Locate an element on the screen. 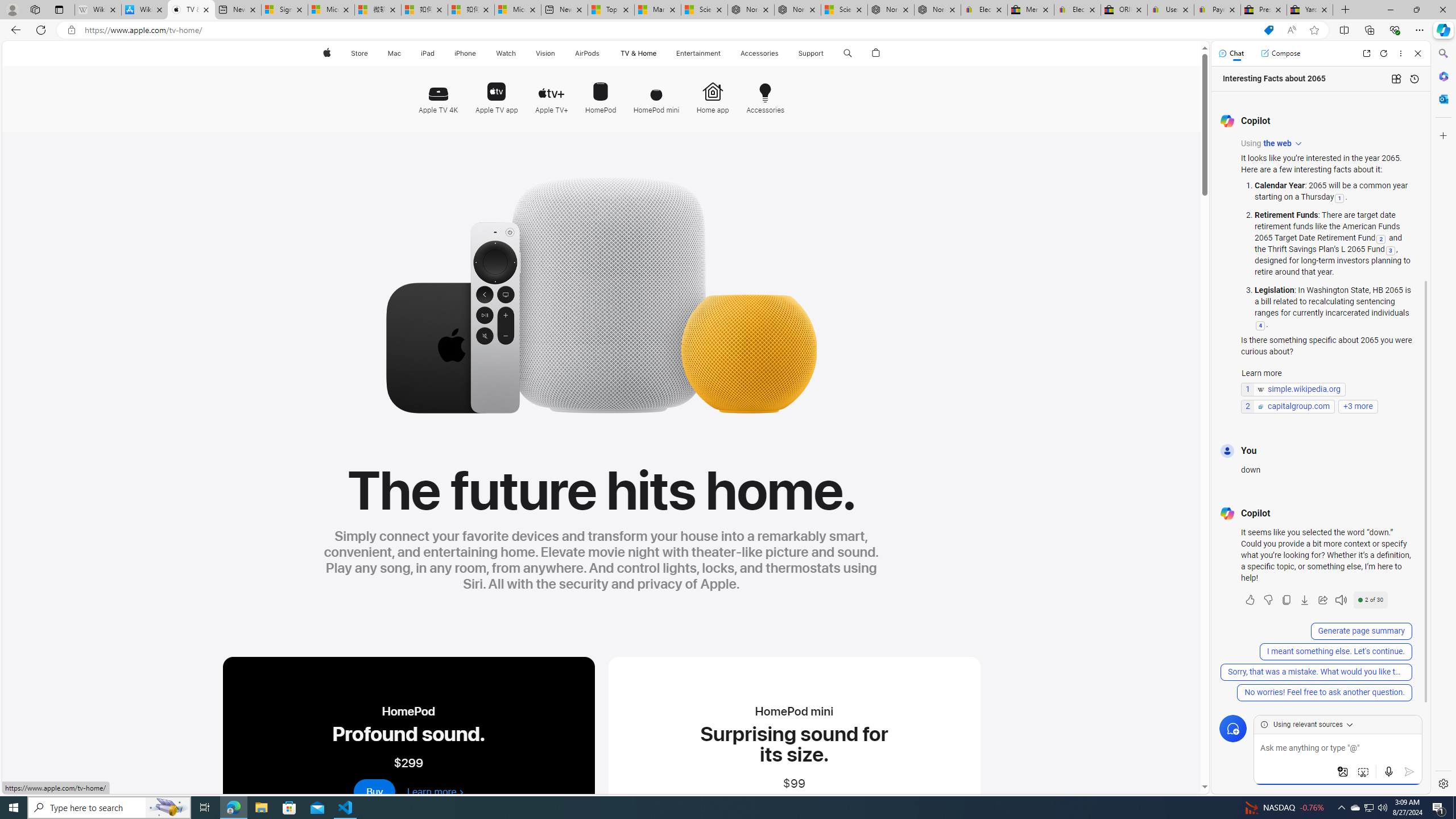 The width and height of the screenshot is (1456, 819). 'iPhone menu' is located at coordinates (477, 53).